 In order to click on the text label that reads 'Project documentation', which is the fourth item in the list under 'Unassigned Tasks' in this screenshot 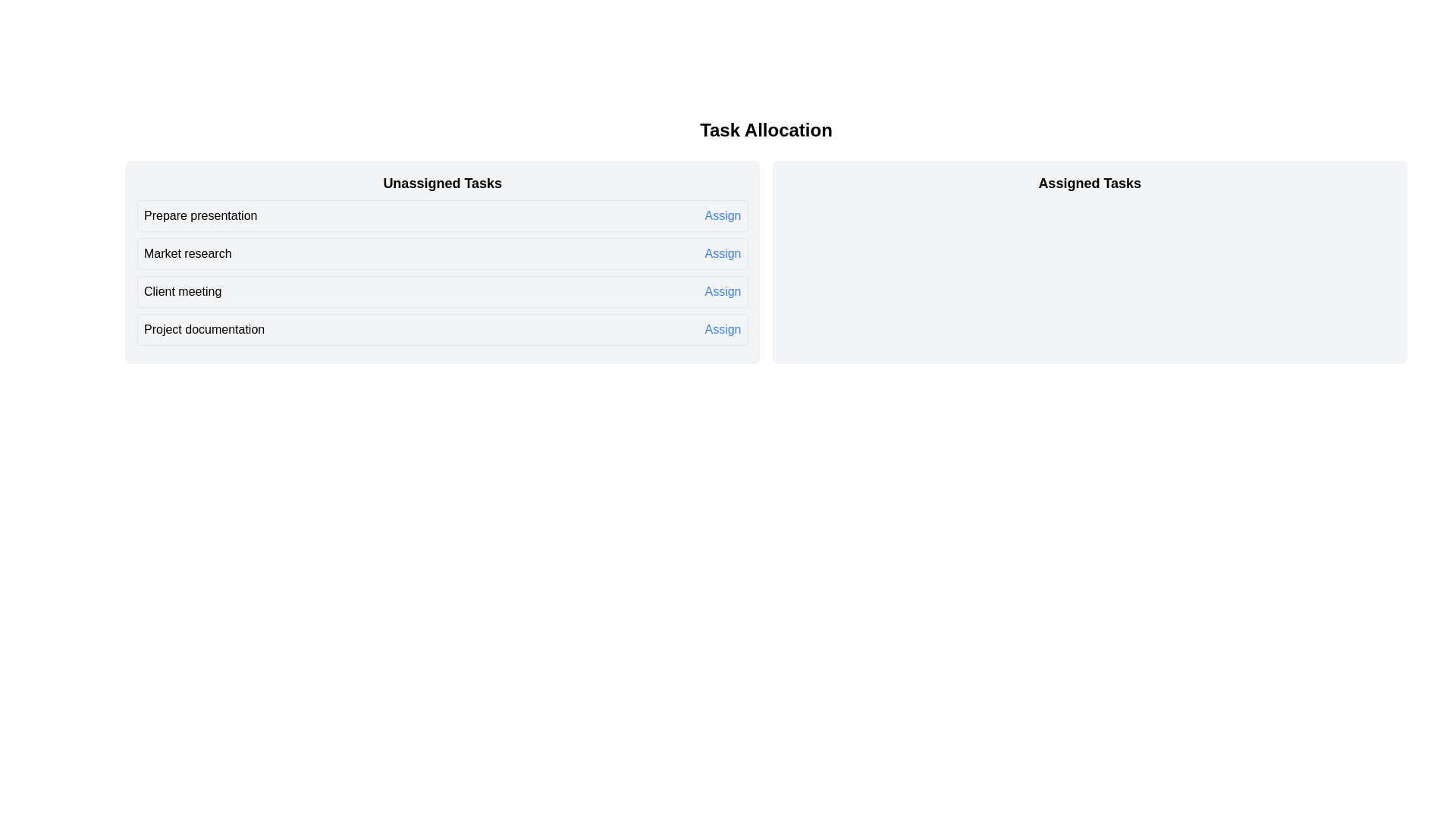, I will do `click(203, 329)`.